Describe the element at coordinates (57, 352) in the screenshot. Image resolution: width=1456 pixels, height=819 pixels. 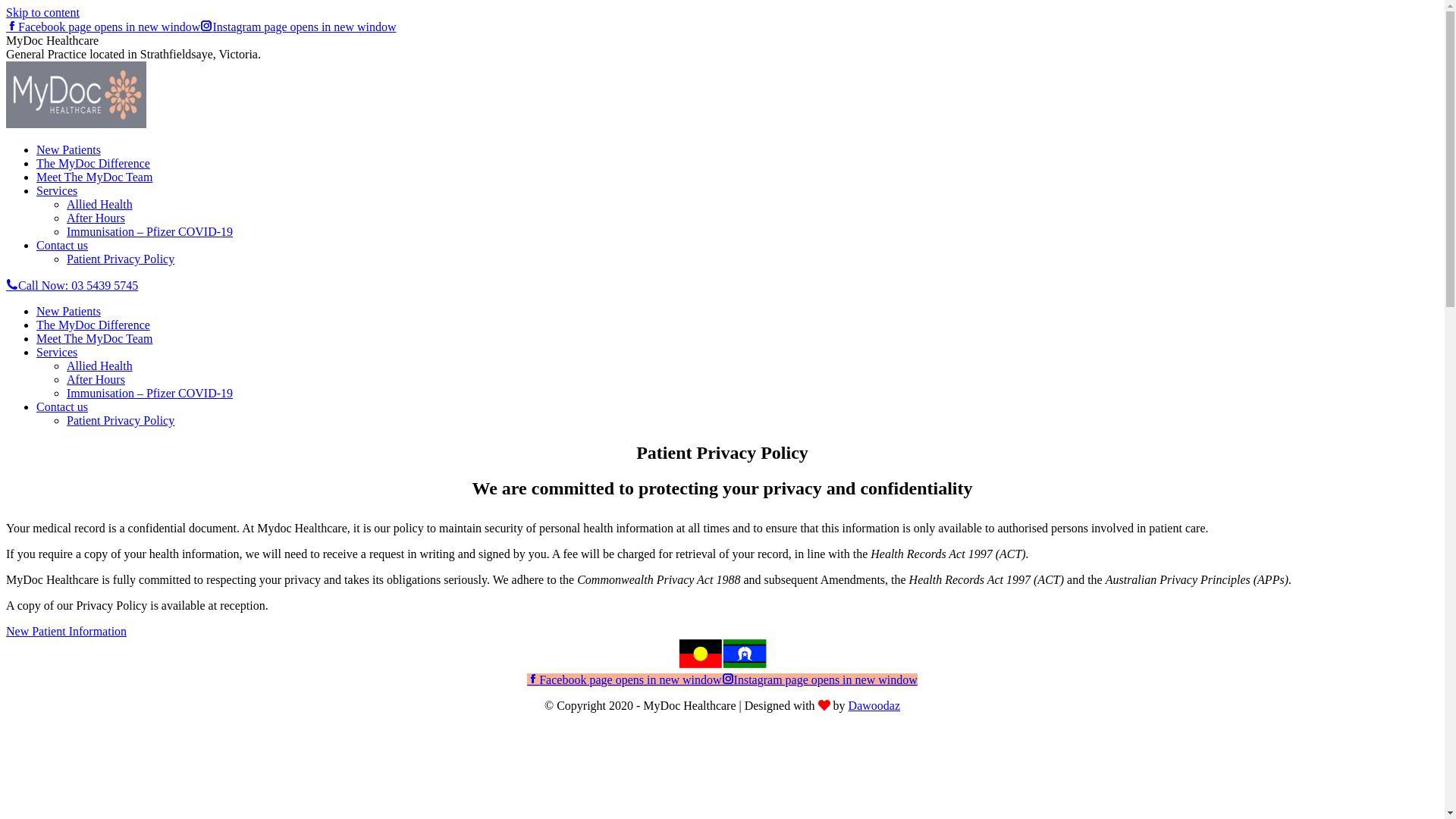
I see `'Services'` at that location.